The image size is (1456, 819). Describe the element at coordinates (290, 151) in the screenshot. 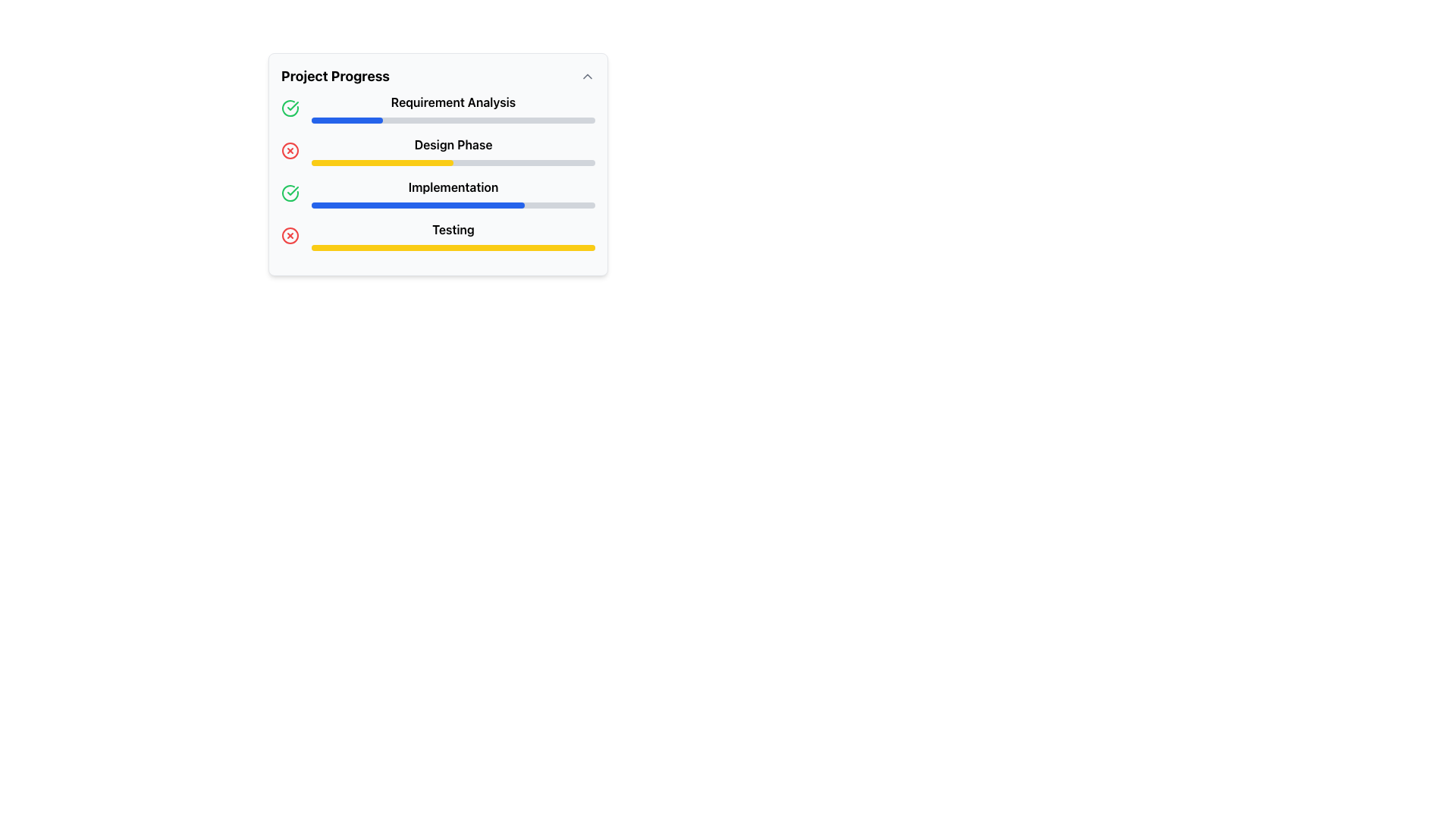

I see `the red circular 'error' icon with a white cross inside, which represents a 'cancel' or 'close' action, located next to the 'Design Phase' label in the progress tracker interface` at that location.